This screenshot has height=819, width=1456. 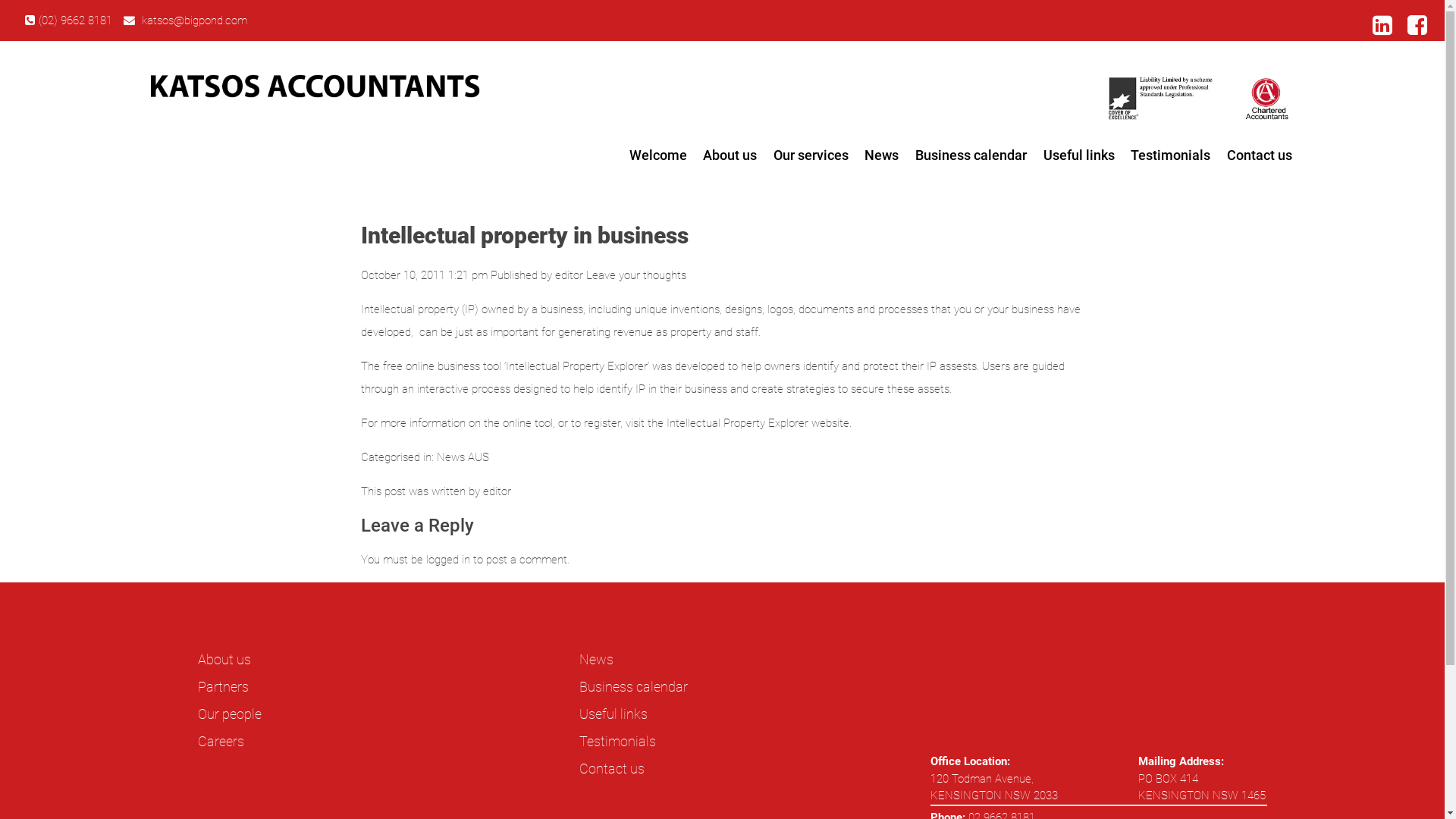 What do you see at coordinates (568, 275) in the screenshot?
I see `'editor'` at bounding box center [568, 275].